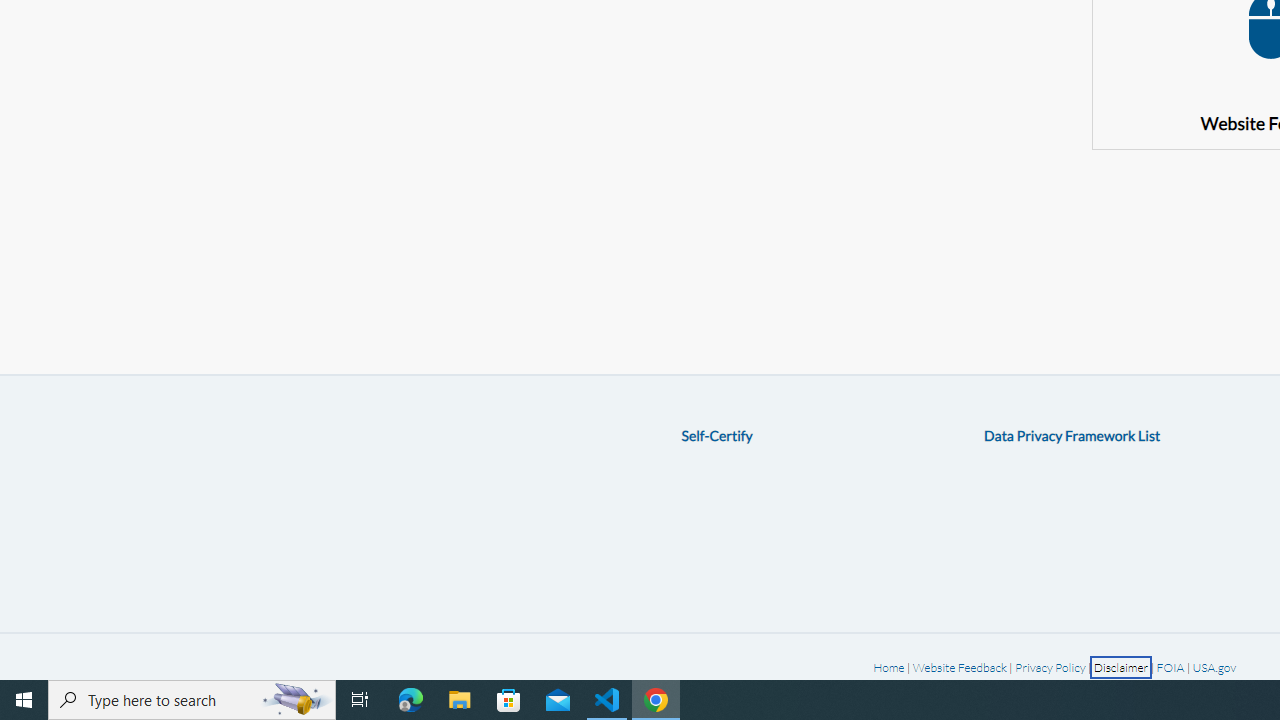 This screenshot has width=1280, height=720. What do you see at coordinates (887, 667) in the screenshot?
I see `'Home'` at bounding box center [887, 667].